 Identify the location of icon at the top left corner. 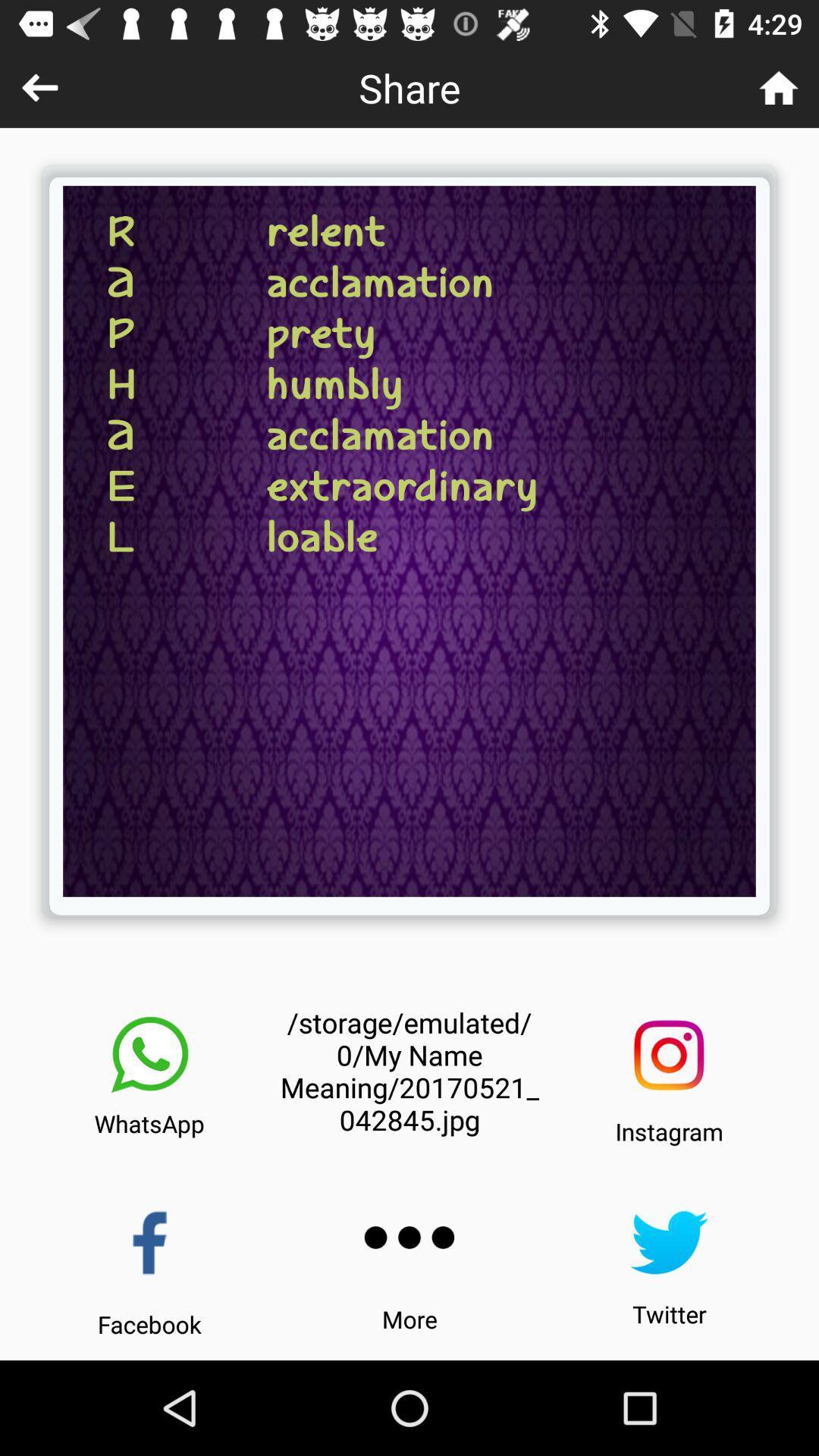
(39, 86).